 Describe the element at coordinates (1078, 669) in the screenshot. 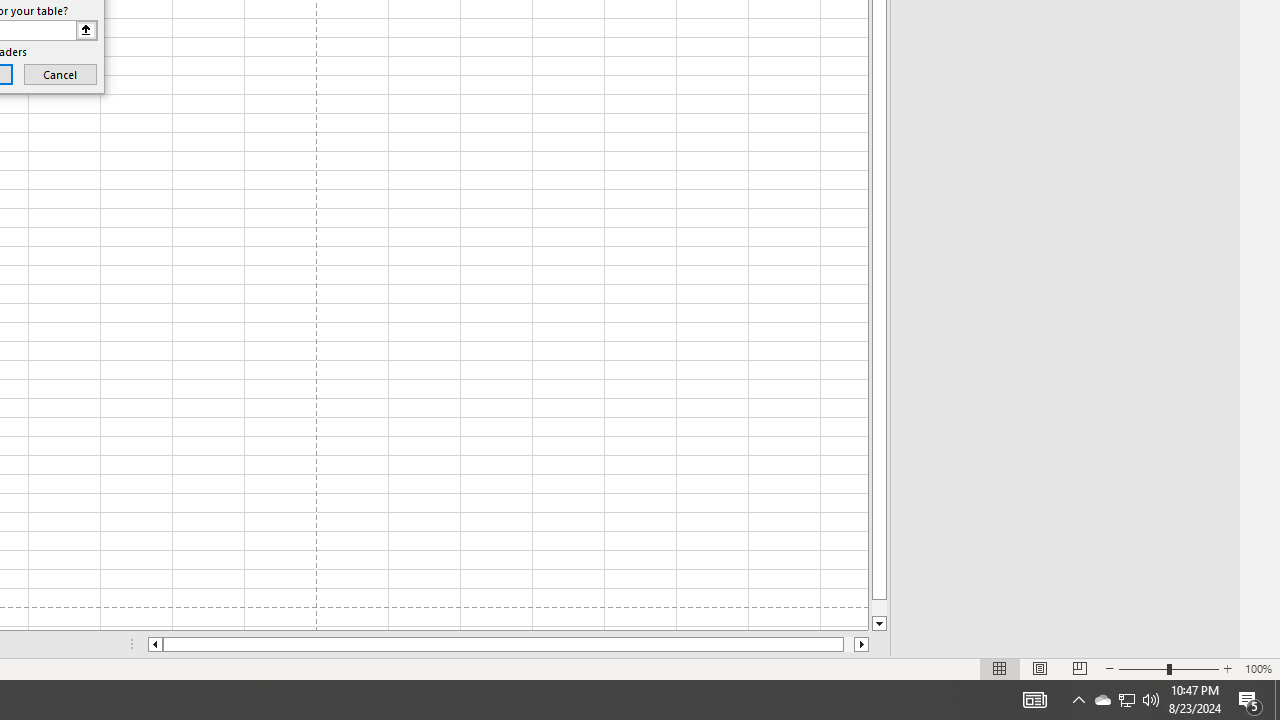

I see `'Page Break Preview'` at that location.